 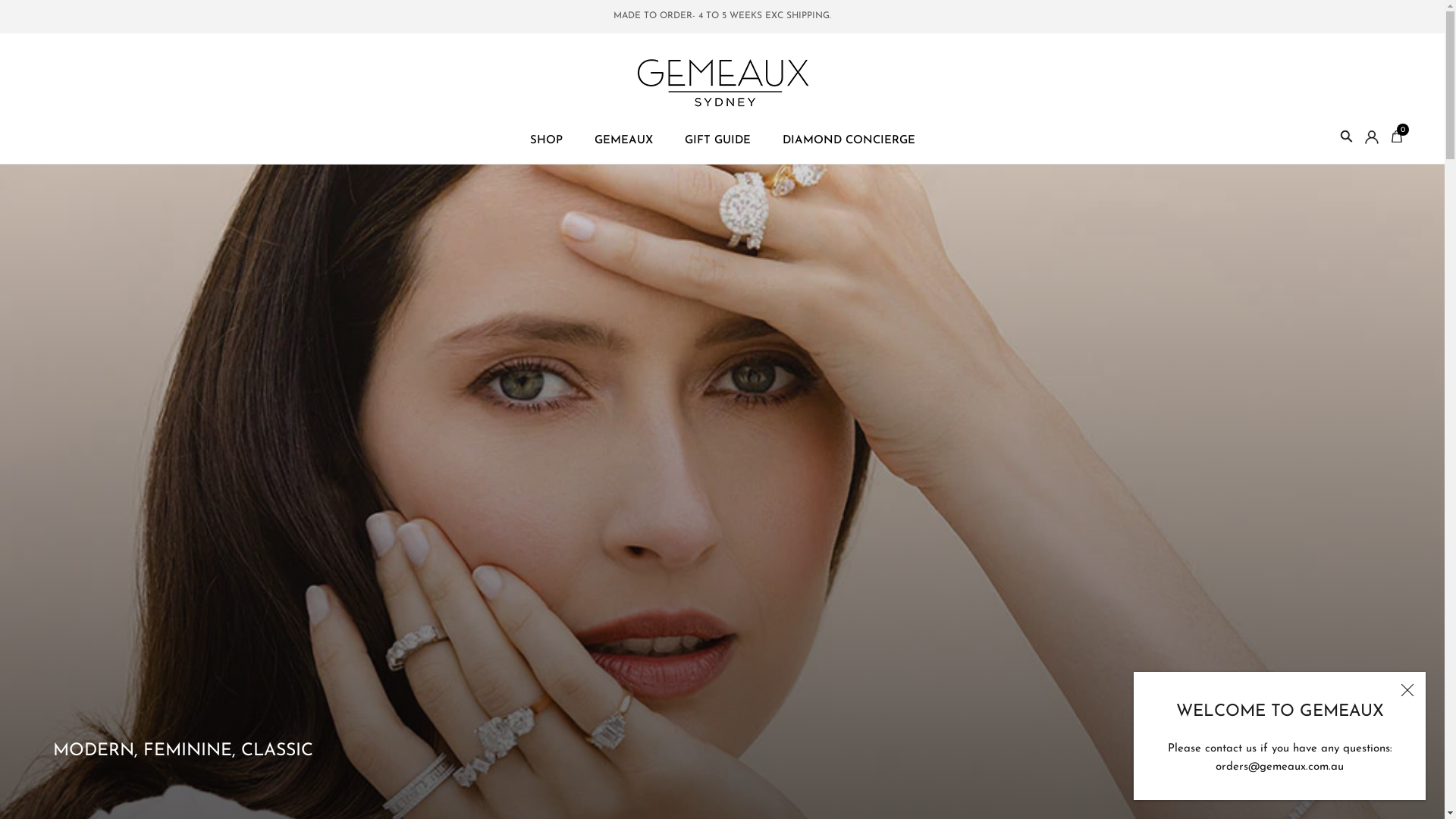 I want to click on 'GEMEAUX, so click(x=623, y=140).